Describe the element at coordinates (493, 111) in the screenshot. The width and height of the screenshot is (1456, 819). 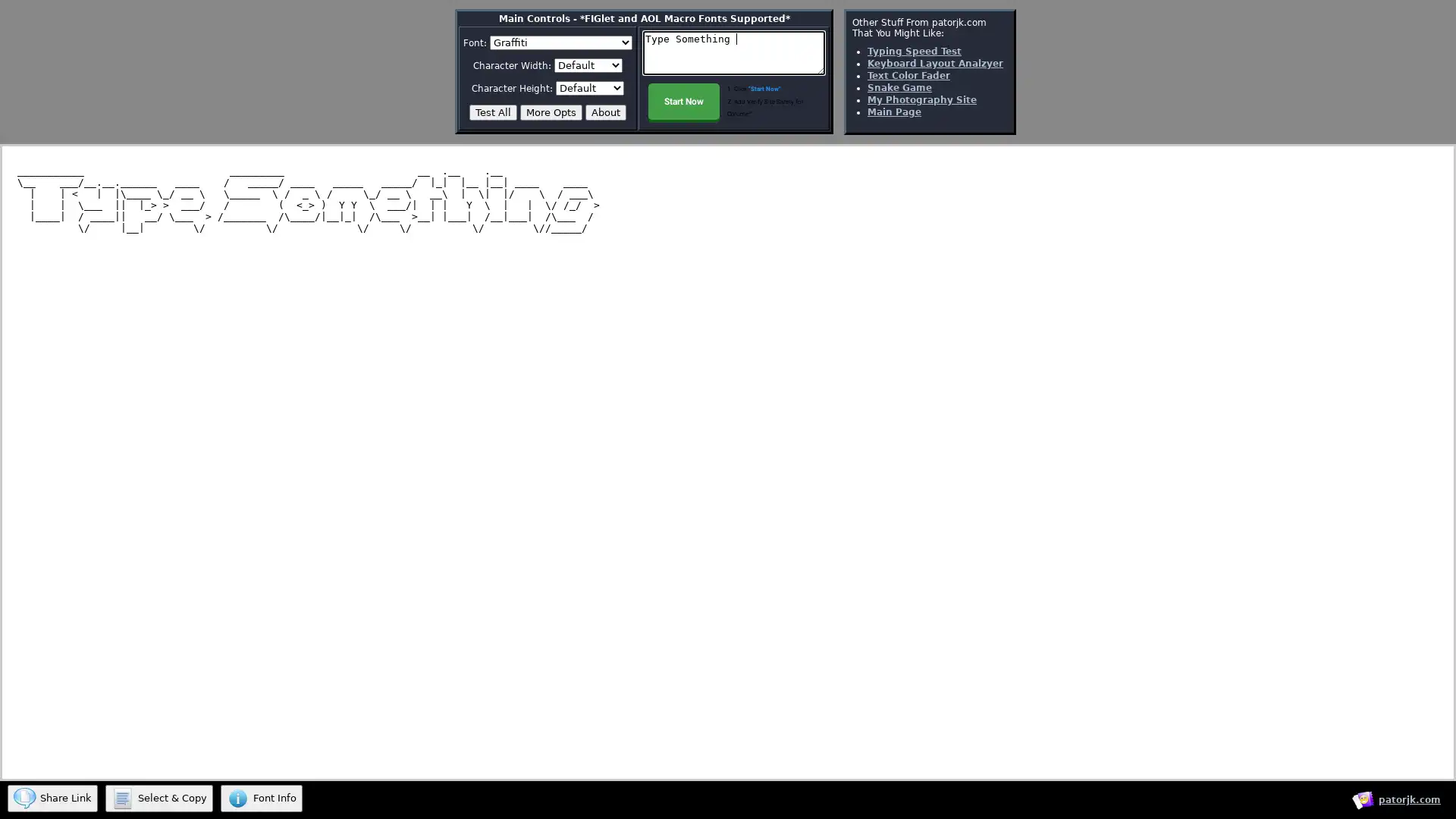
I see `Test All` at that location.